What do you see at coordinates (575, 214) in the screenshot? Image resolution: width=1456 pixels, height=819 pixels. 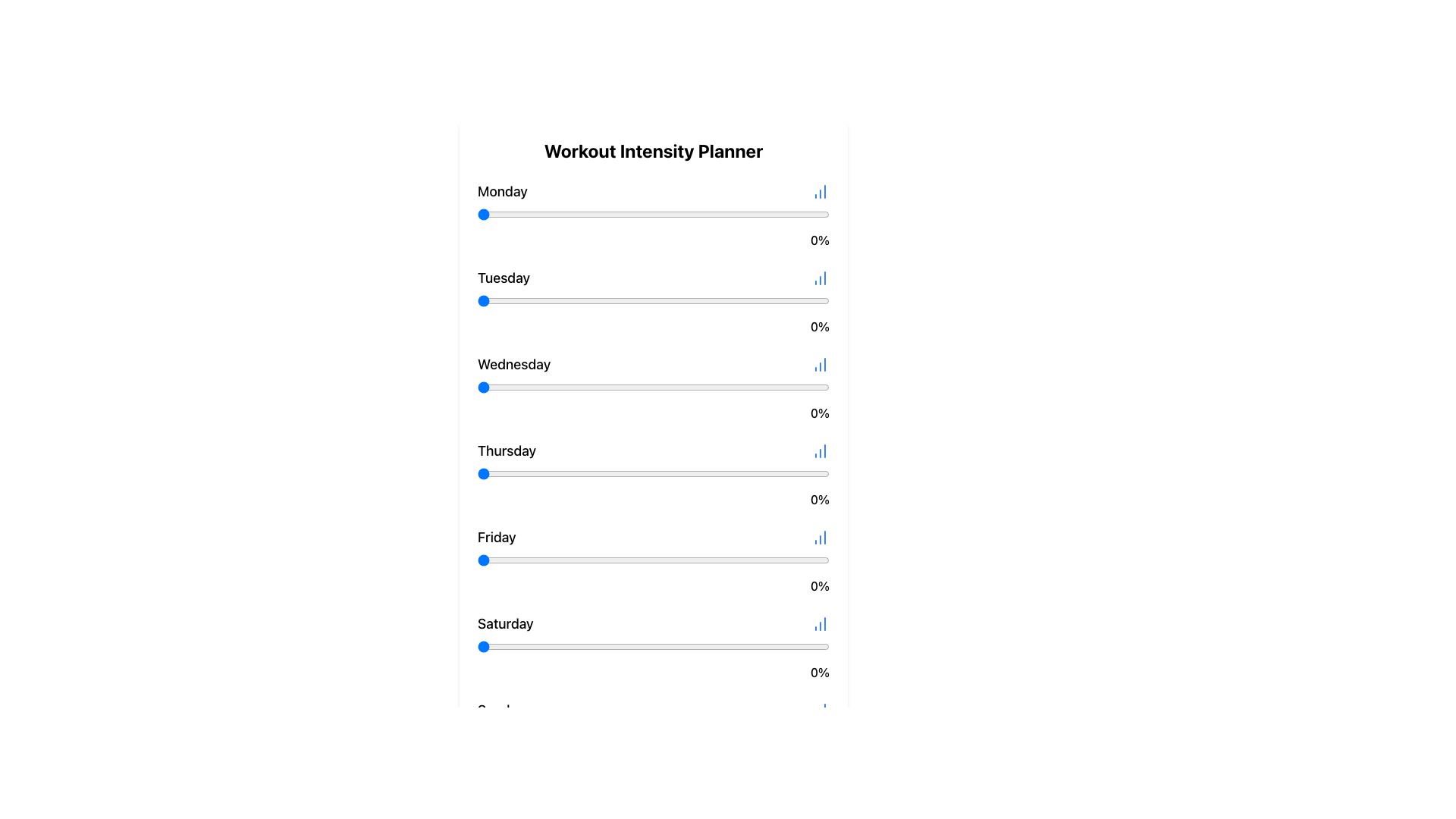 I see `Monday's intensity` at bounding box center [575, 214].